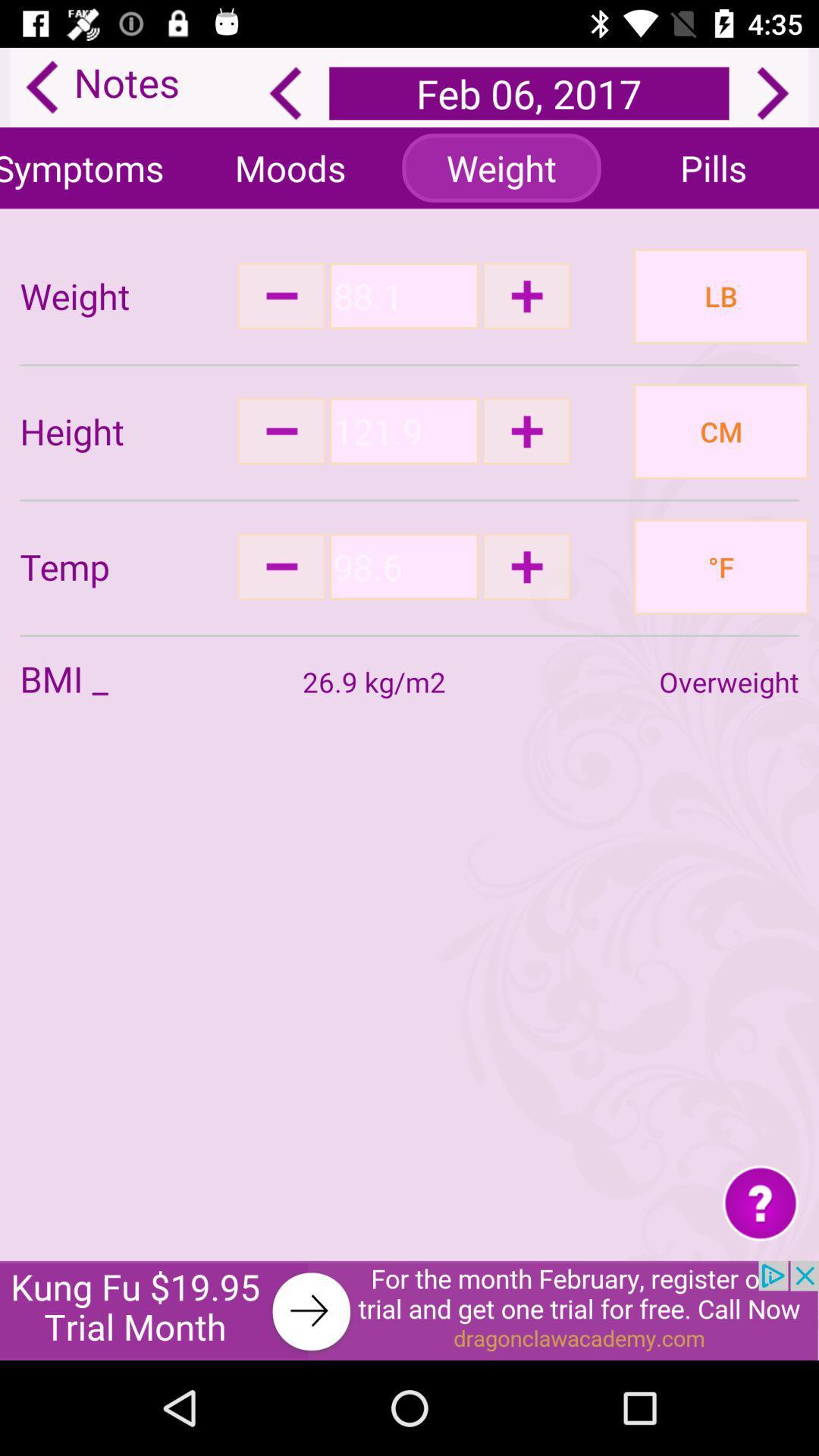 This screenshot has height=1456, width=819. What do you see at coordinates (281, 296) in the screenshot?
I see `subtract or decrease the number button` at bounding box center [281, 296].